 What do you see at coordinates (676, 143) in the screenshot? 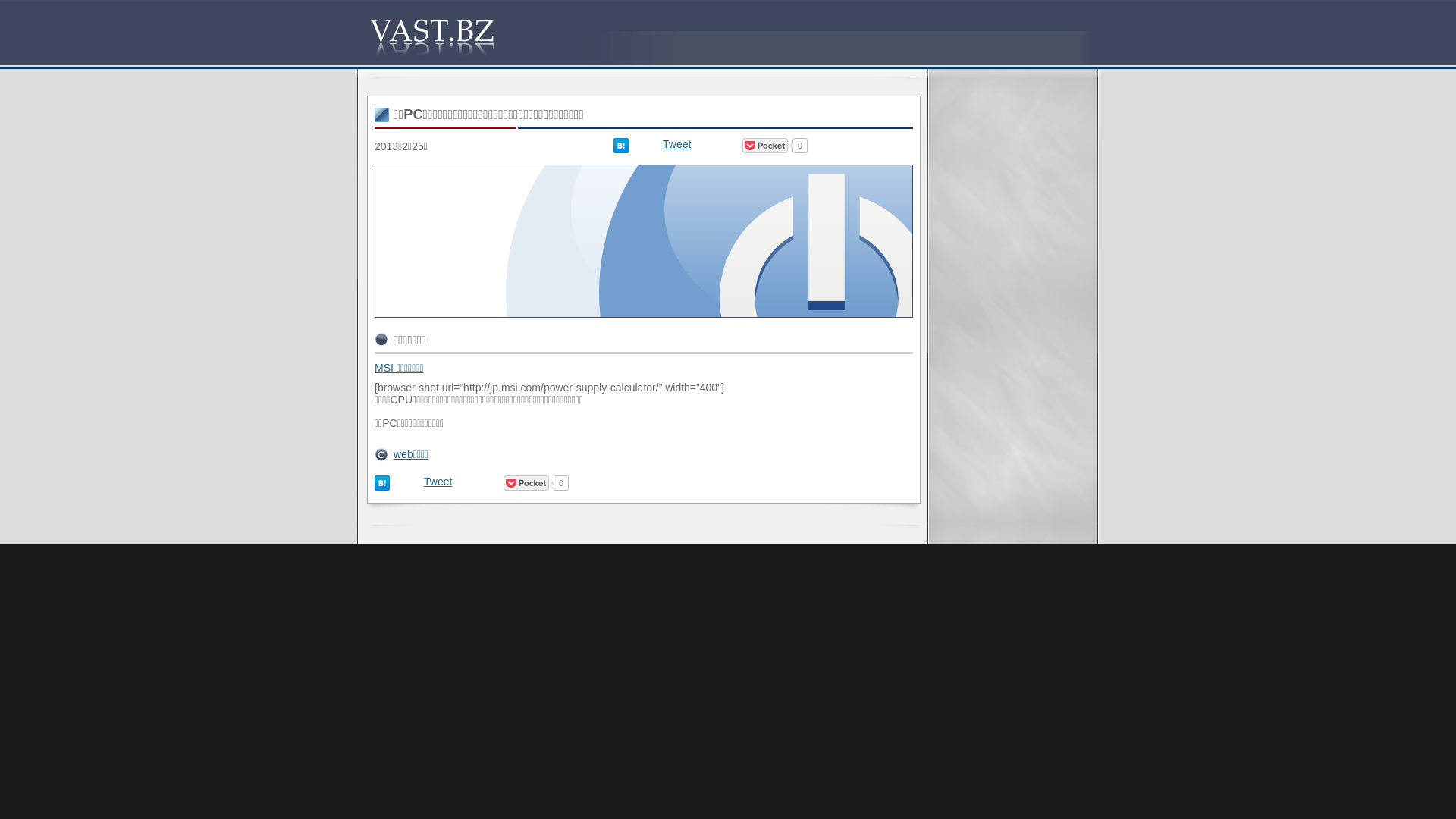
I see `'Tweet'` at bounding box center [676, 143].